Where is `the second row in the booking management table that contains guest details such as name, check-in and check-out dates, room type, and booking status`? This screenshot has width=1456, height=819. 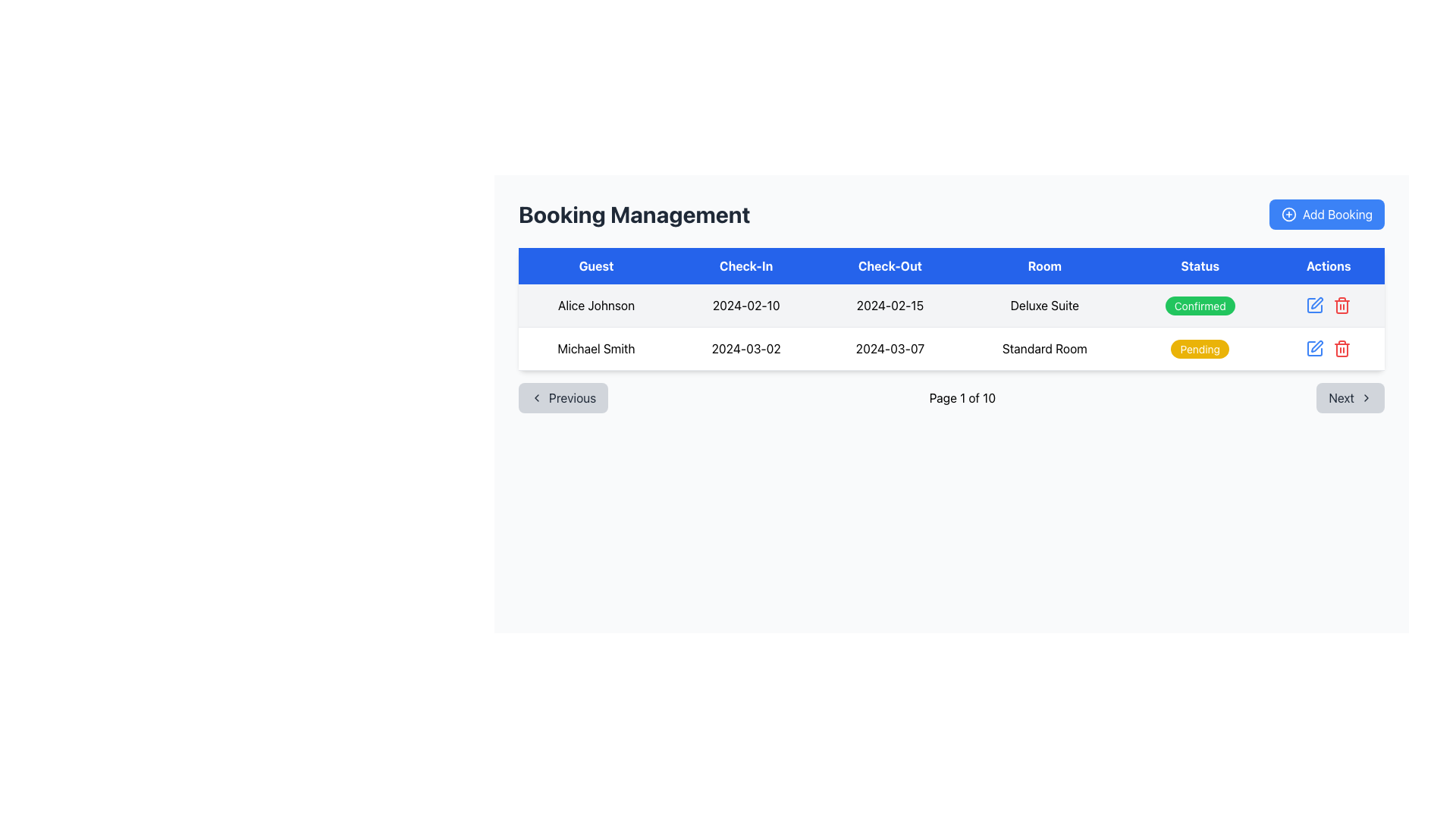
the second row in the booking management table that contains guest details such as name, check-in and check-out dates, room type, and booking status is located at coordinates (950, 348).